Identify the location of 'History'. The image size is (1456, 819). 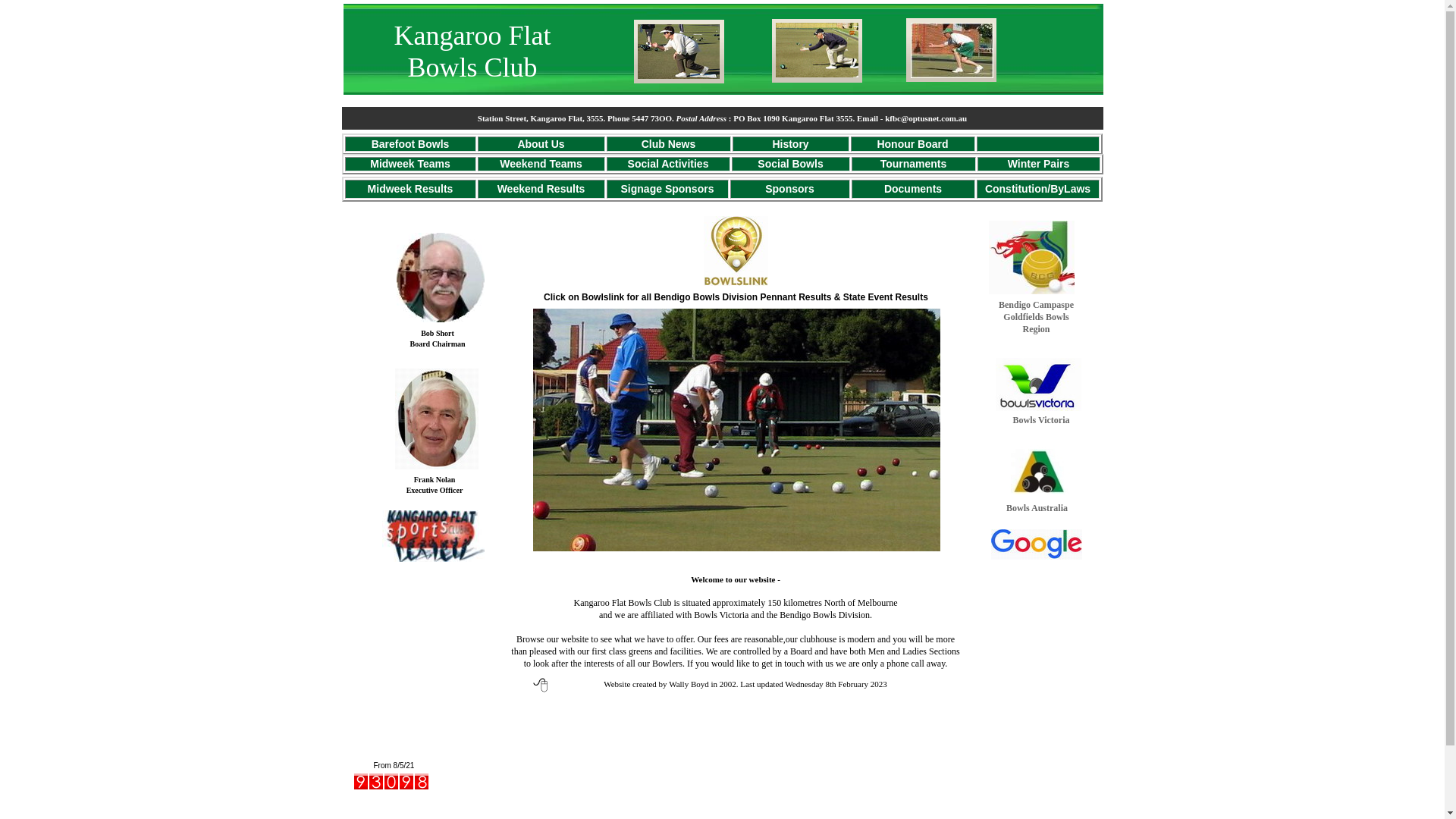
(789, 143).